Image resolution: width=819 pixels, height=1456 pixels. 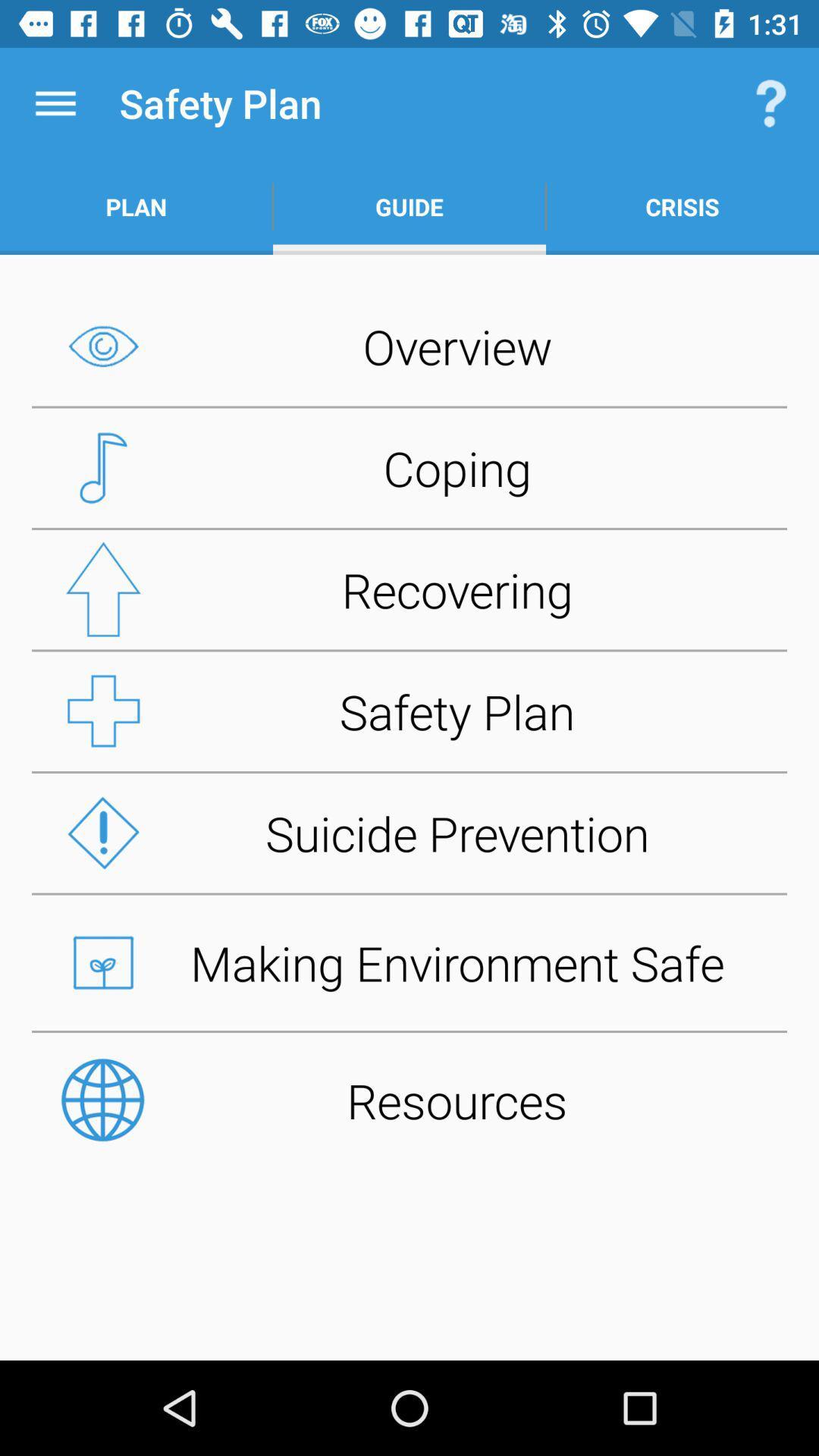 What do you see at coordinates (55, 102) in the screenshot?
I see `the item above the plan icon` at bounding box center [55, 102].